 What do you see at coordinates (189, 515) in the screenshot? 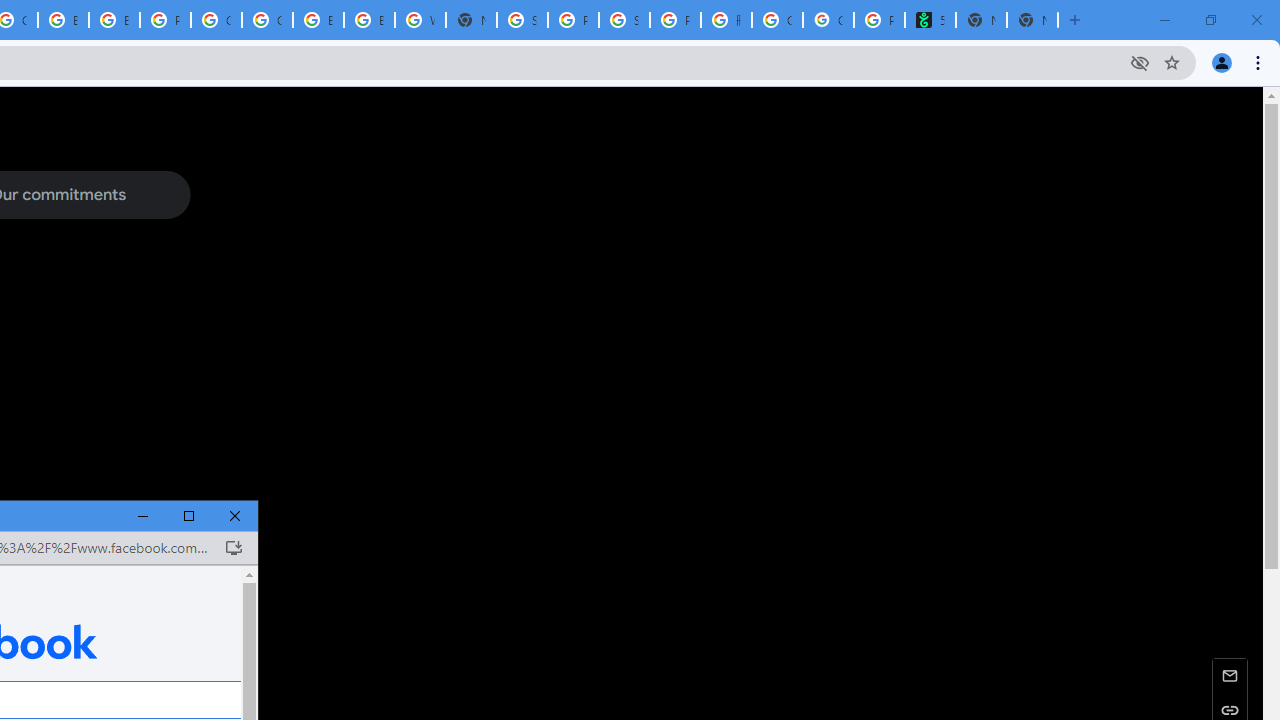
I see `'Maximize'` at bounding box center [189, 515].